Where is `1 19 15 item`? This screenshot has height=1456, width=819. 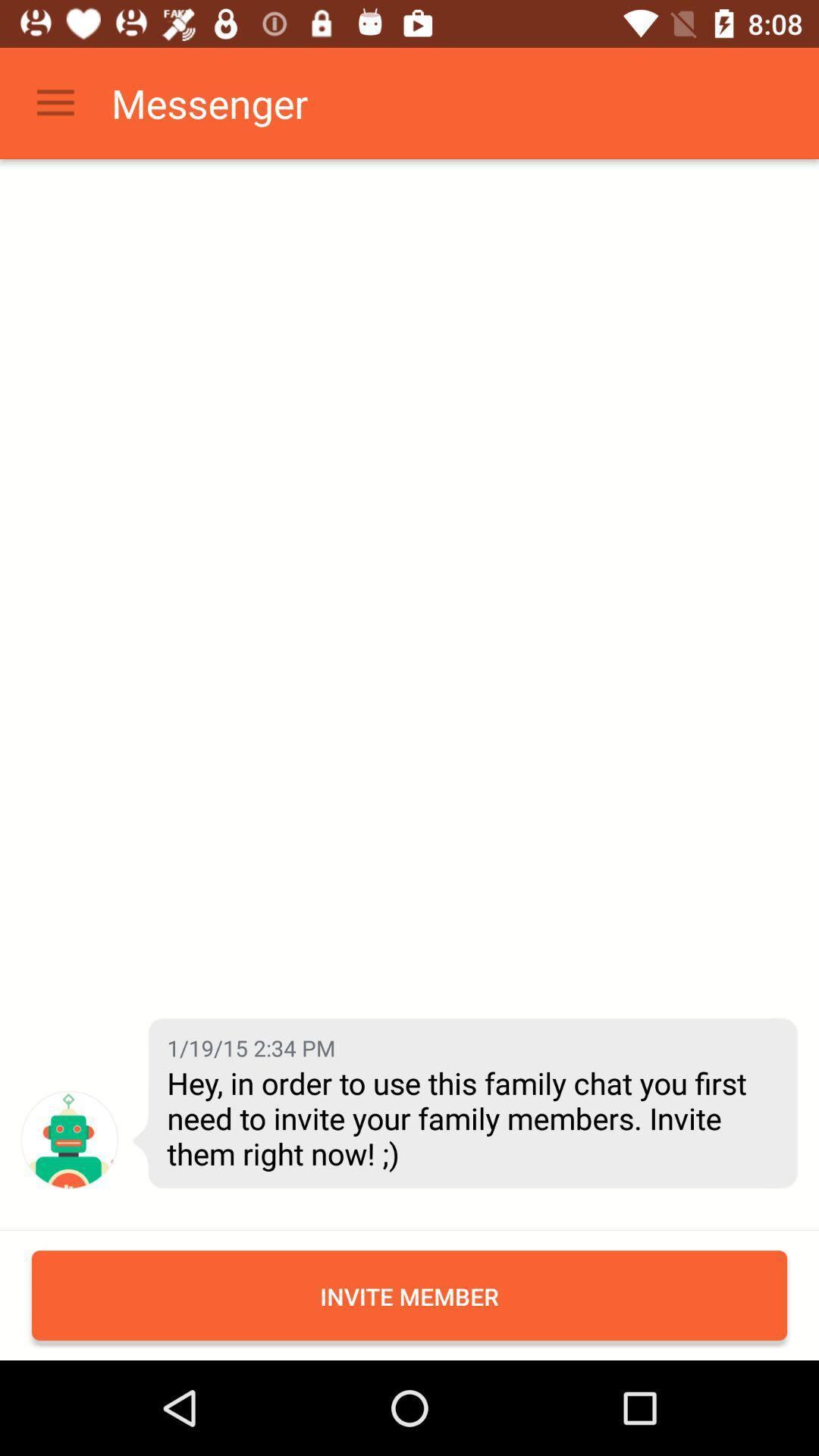 1 19 15 item is located at coordinates (250, 1046).